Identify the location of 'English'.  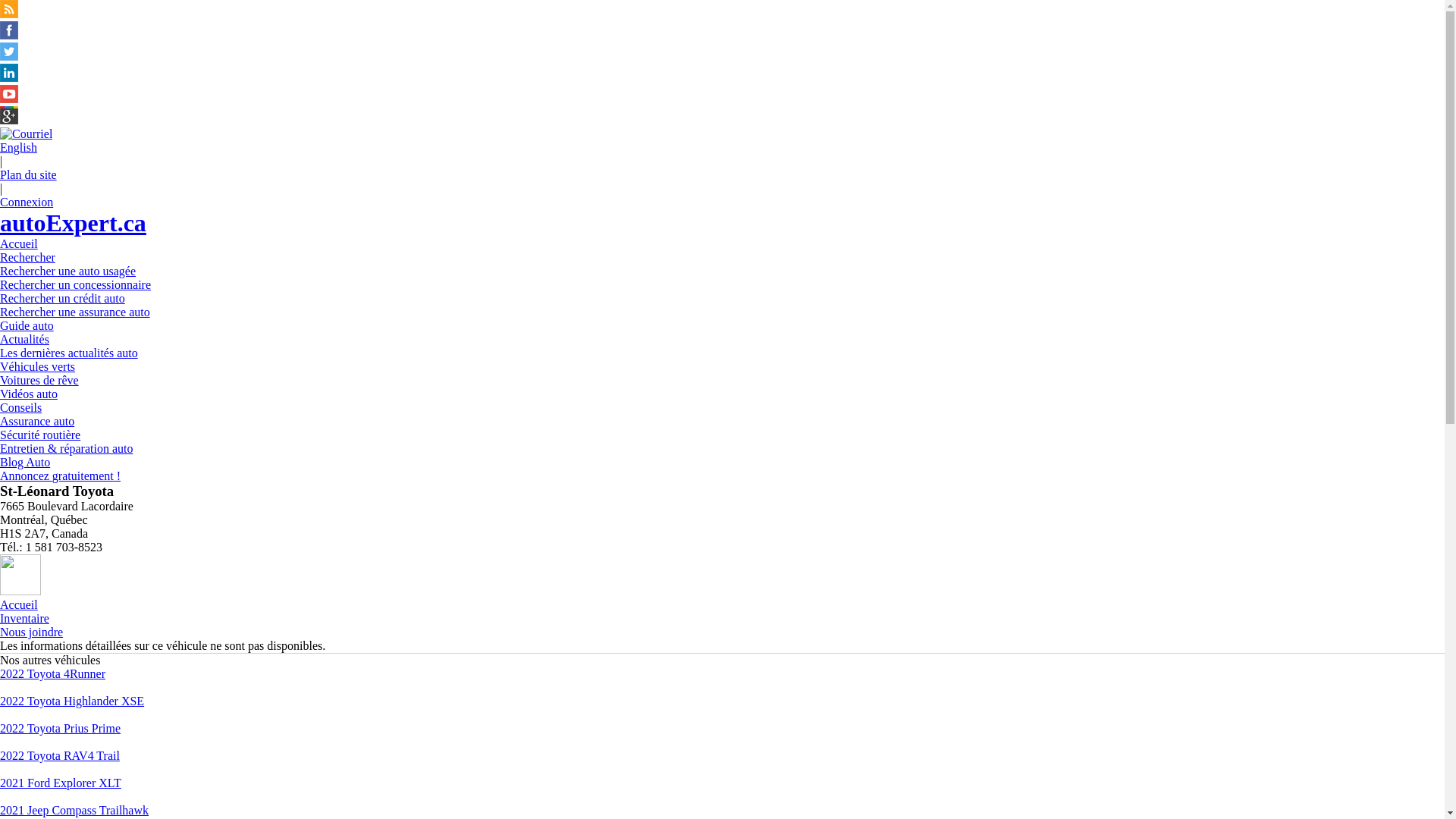
(0, 147).